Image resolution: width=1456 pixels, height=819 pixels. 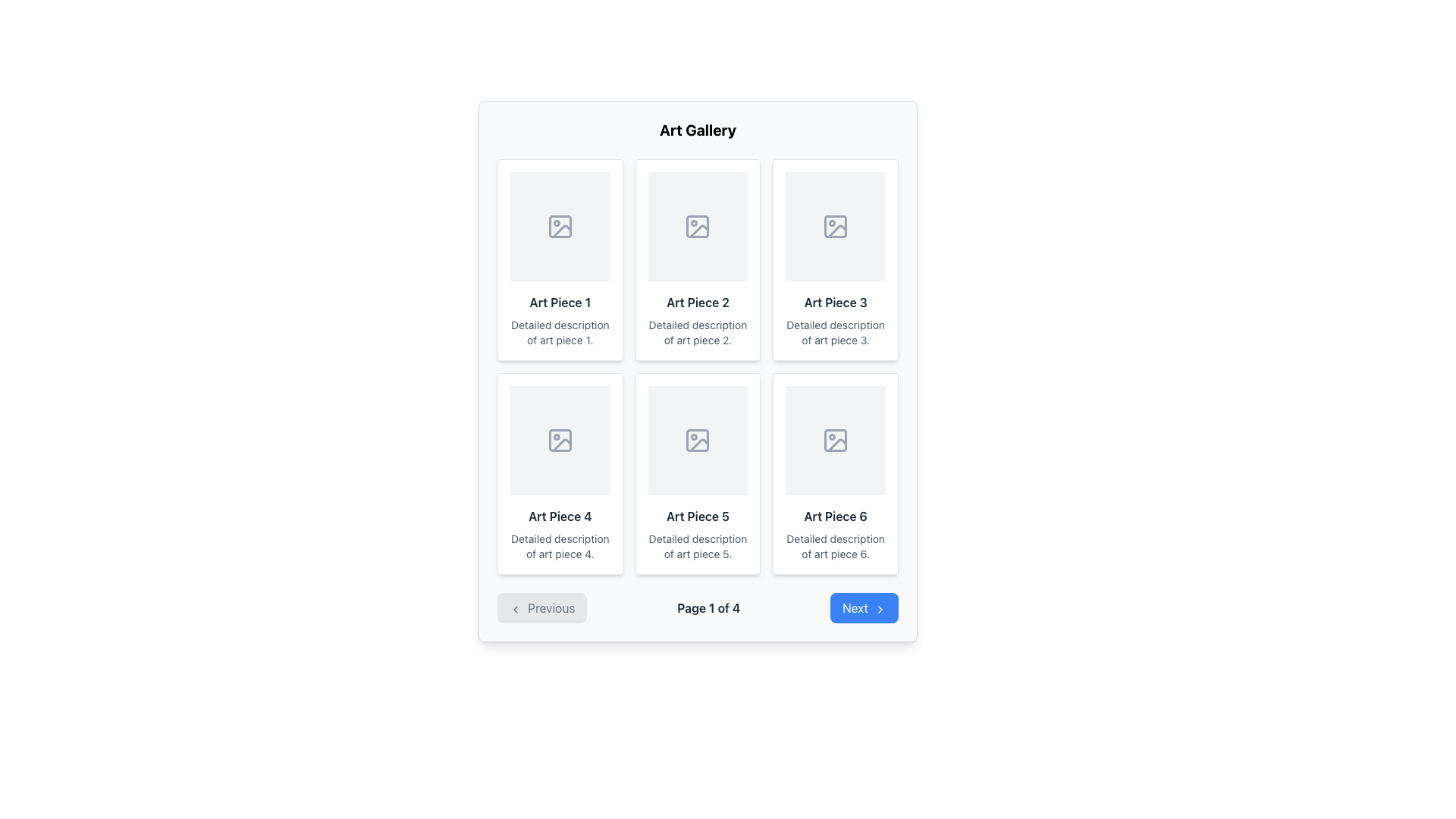 What do you see at coordinates (835, 227) in the screenshot?
I see `the Image Placeholder with a light gray background and a gray image icon, located inside the card labeled 'Art Piece 3'` at bounding box center [835, 227].